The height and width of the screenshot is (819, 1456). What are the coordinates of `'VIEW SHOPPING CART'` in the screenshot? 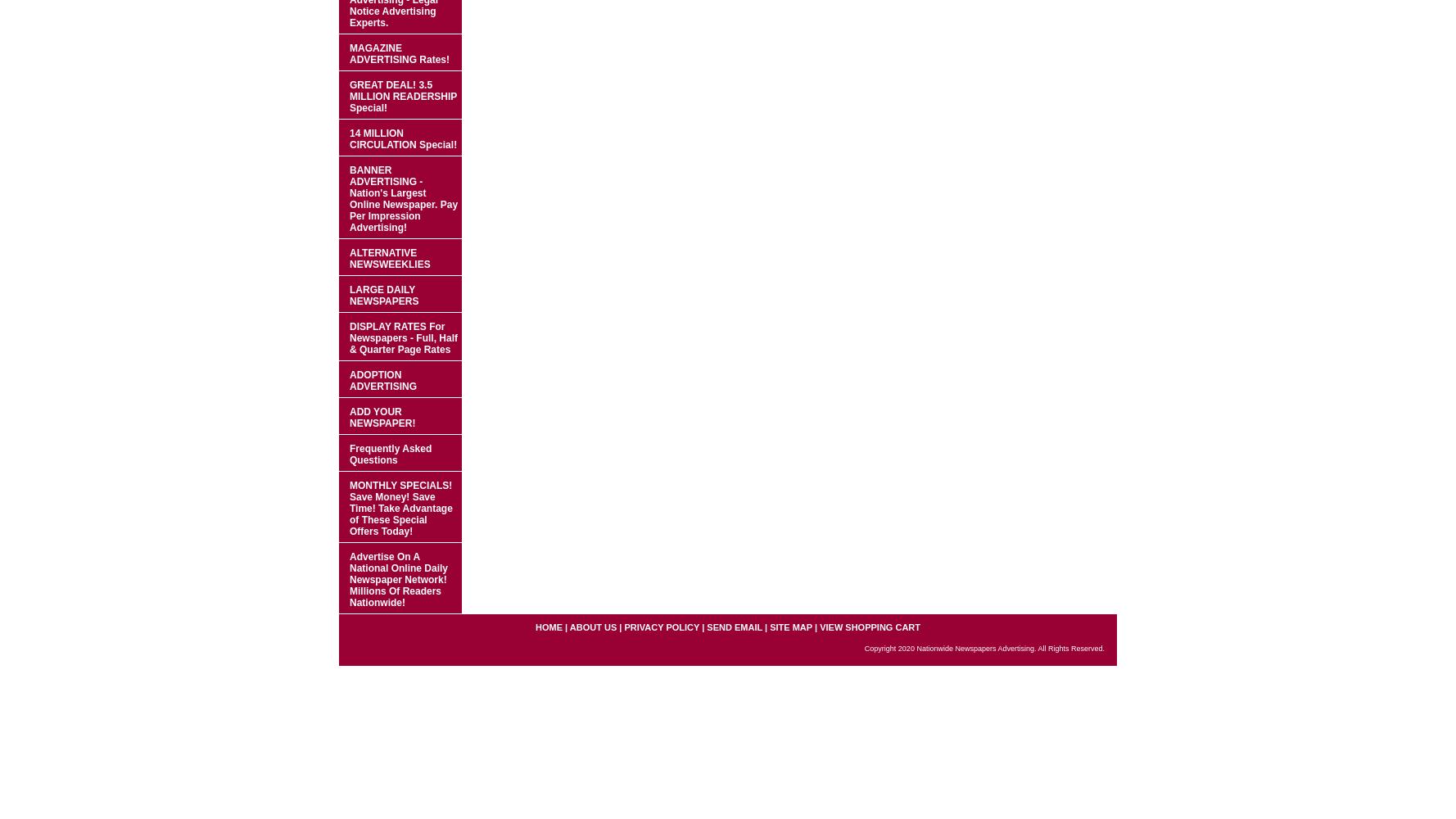 It's located at (870, 627).